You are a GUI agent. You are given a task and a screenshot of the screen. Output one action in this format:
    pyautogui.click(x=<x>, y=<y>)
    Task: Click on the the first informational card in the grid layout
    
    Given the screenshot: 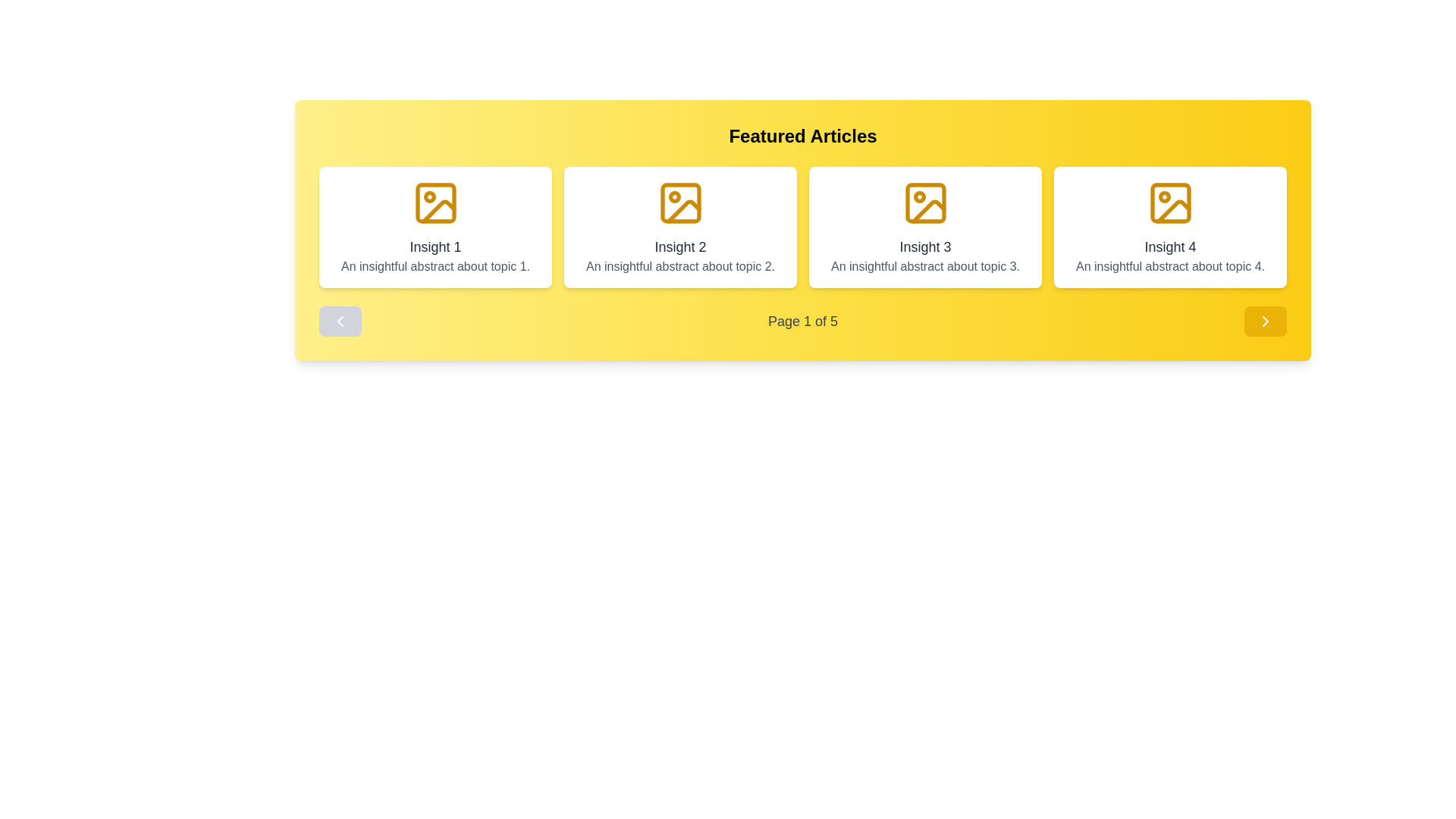 What is the action you would take?
    pyautogui.click(x=435, y=227)
    